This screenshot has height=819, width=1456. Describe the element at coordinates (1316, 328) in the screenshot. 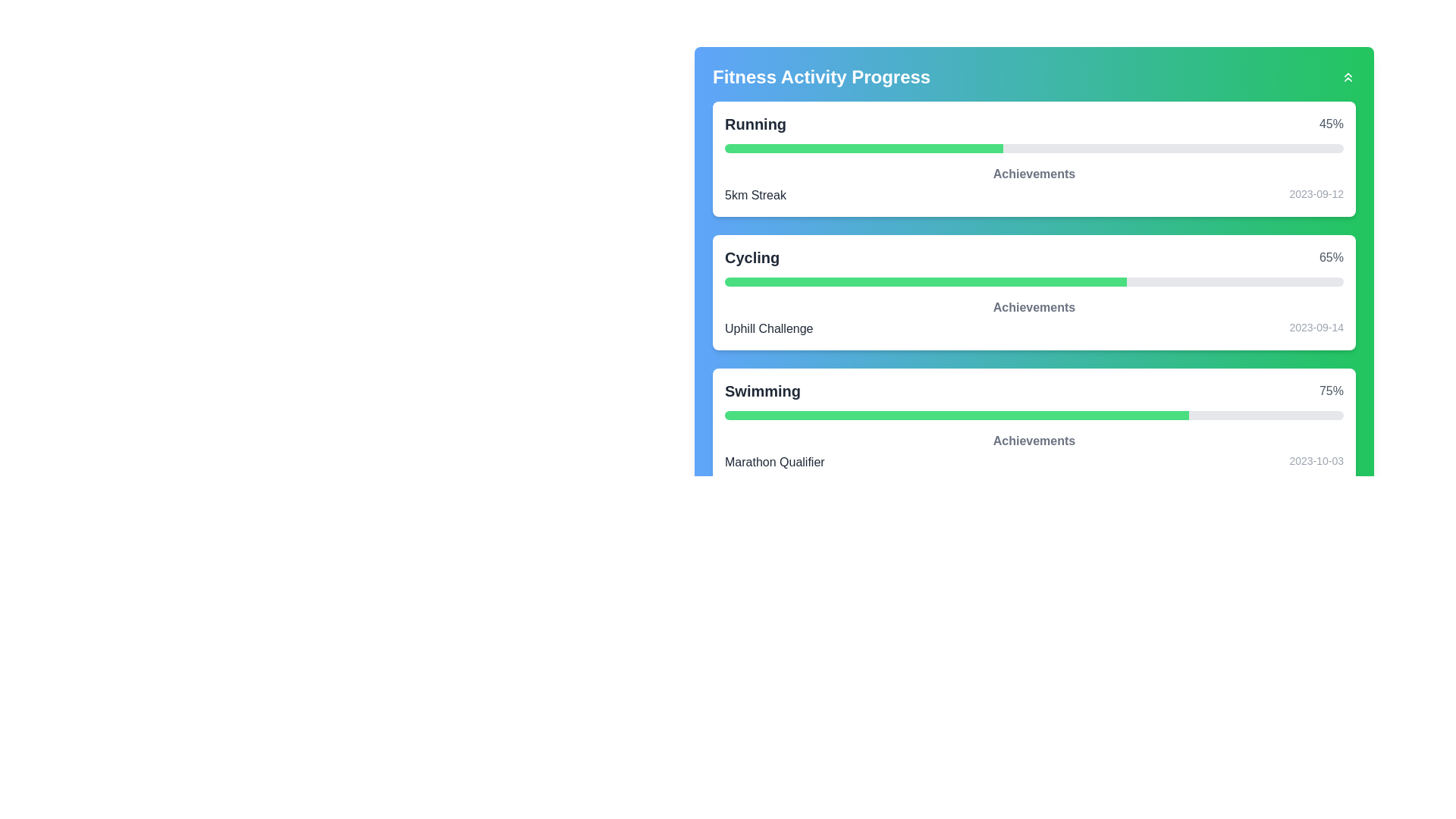

I see `the text displaying the date '2023-09-14' located in the bottom-right area of the card under the 'Cycling' section for additional information` at that location.